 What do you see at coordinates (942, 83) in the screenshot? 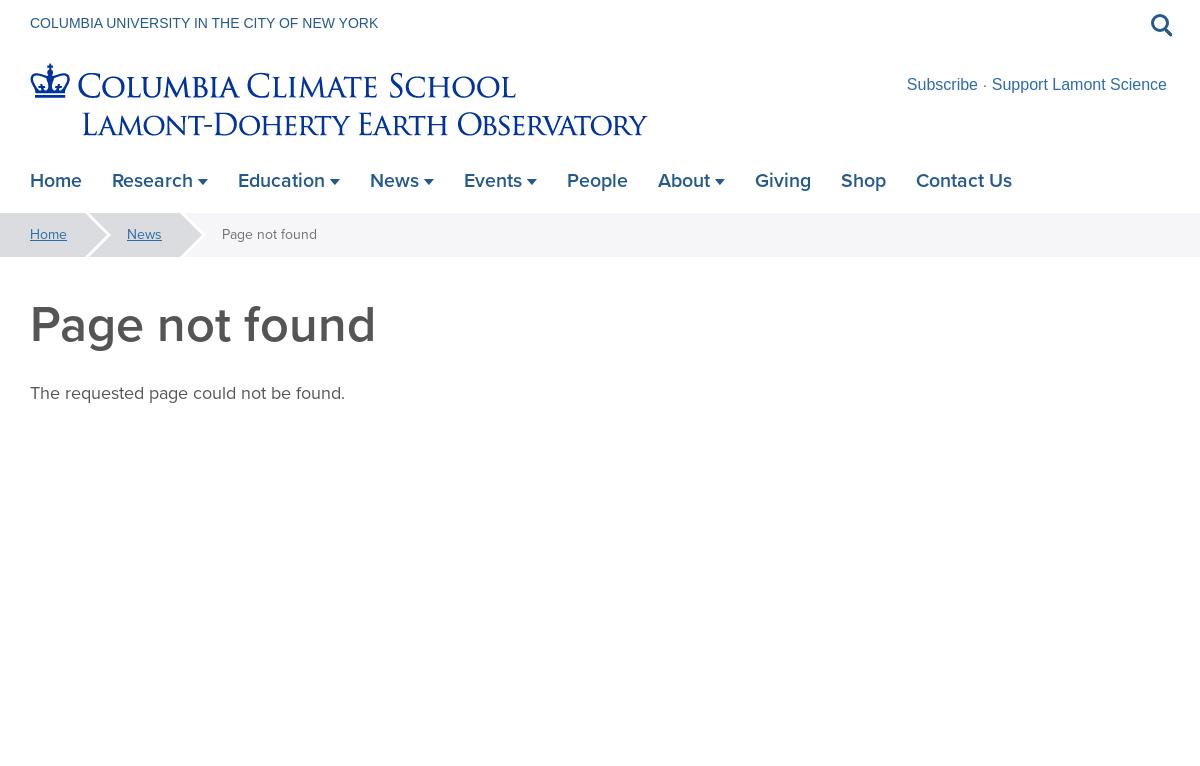
I see `'Subscribe'` at bounding box center [942, 83].